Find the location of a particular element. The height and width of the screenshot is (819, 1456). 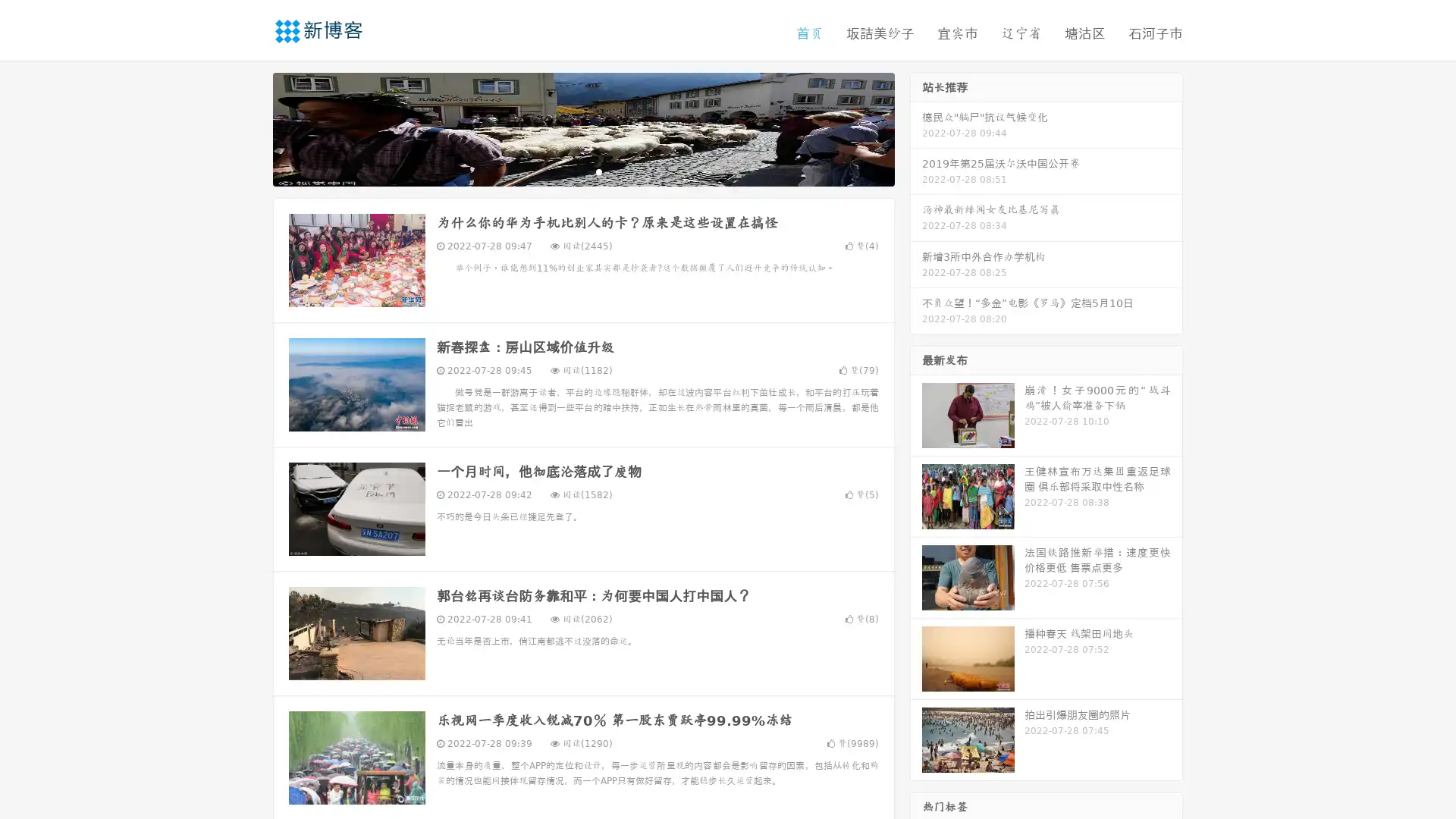

Go to slide 1 is located at coordinates (567, 171).